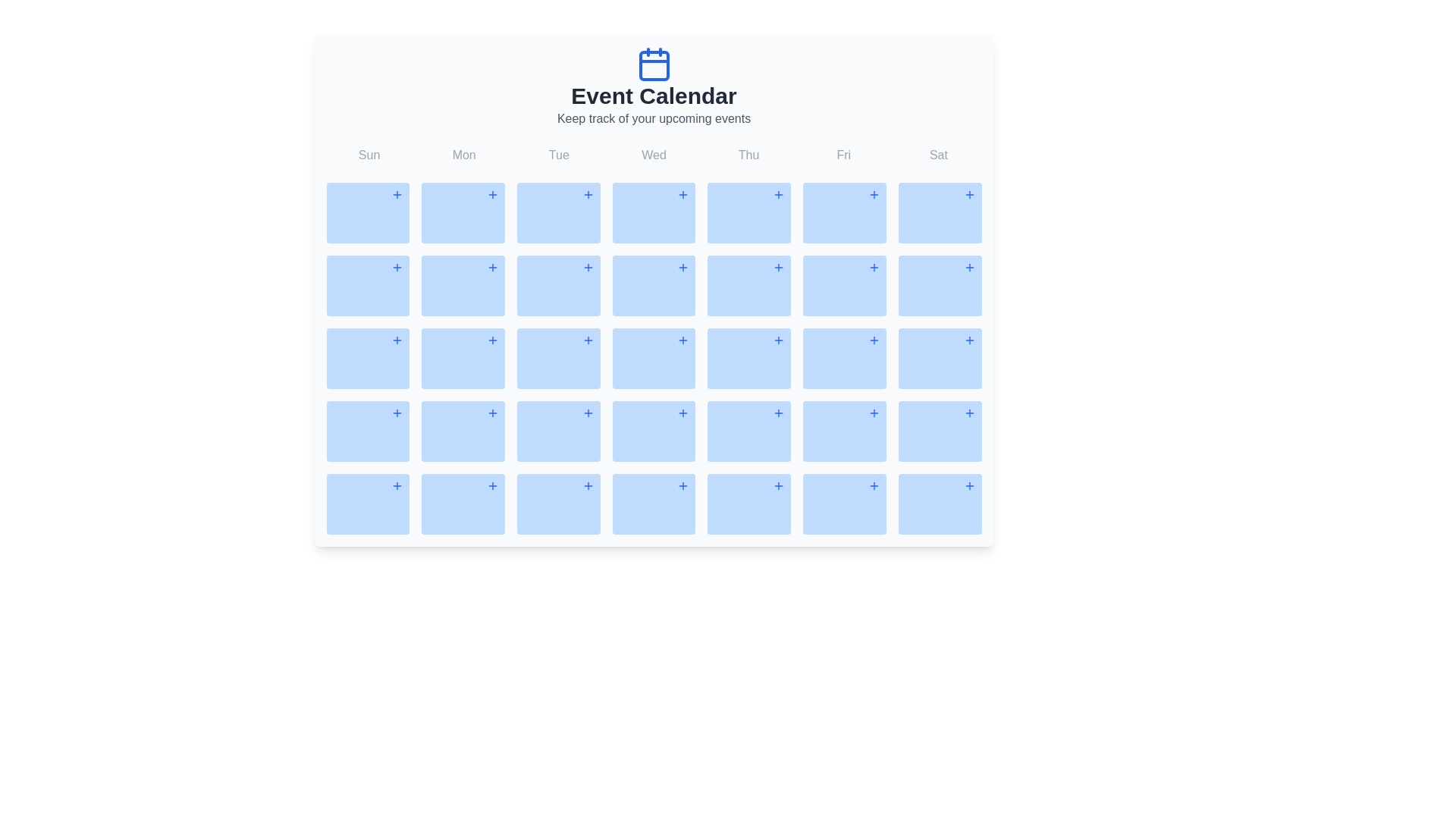 The width and height of the screenshot is (1456, 819). What do you see at coordinates (748, 155) in the screenshot?
I see `the text label that identifies the Thursday column in the calendar, positioned at the top center above the calendar grid` at bounding box center [748, 155].